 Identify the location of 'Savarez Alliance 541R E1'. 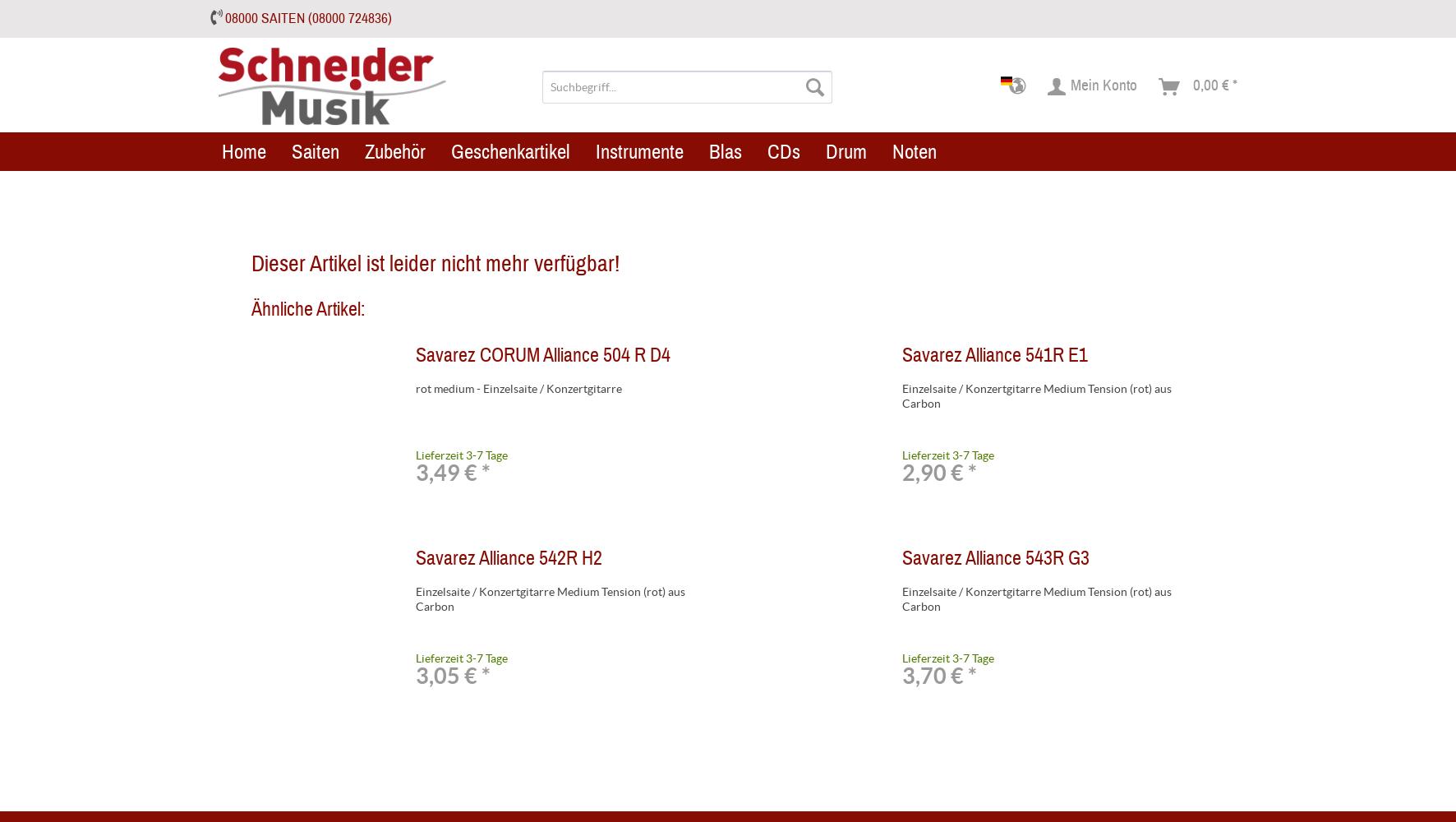
(993, 355).